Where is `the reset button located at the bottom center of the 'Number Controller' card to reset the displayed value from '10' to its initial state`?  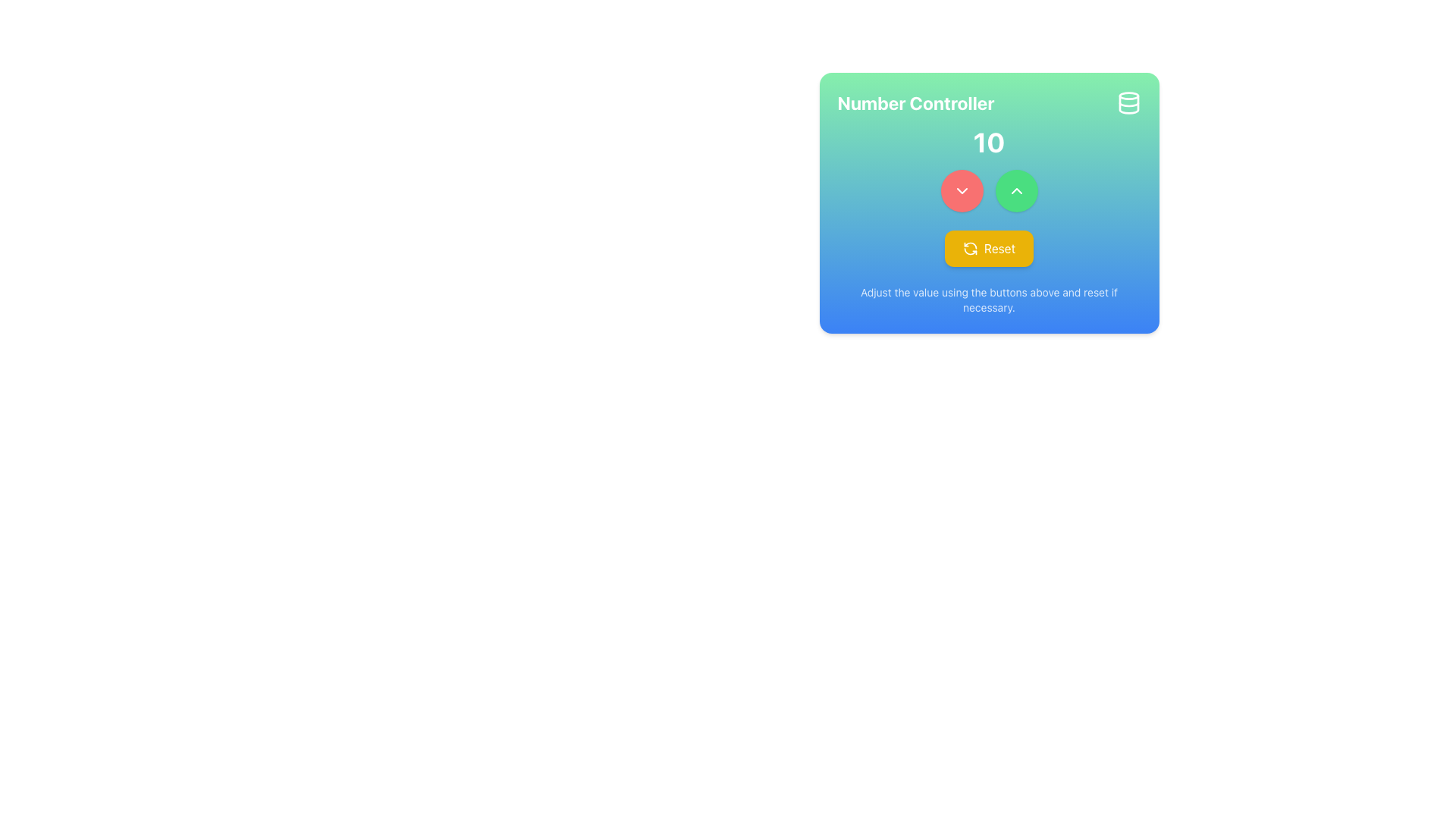
the reset button located at the bottom center of the 'Number Controller' card to reset the displayed value from '10' to its initial state is located at coordinates (989, 247).